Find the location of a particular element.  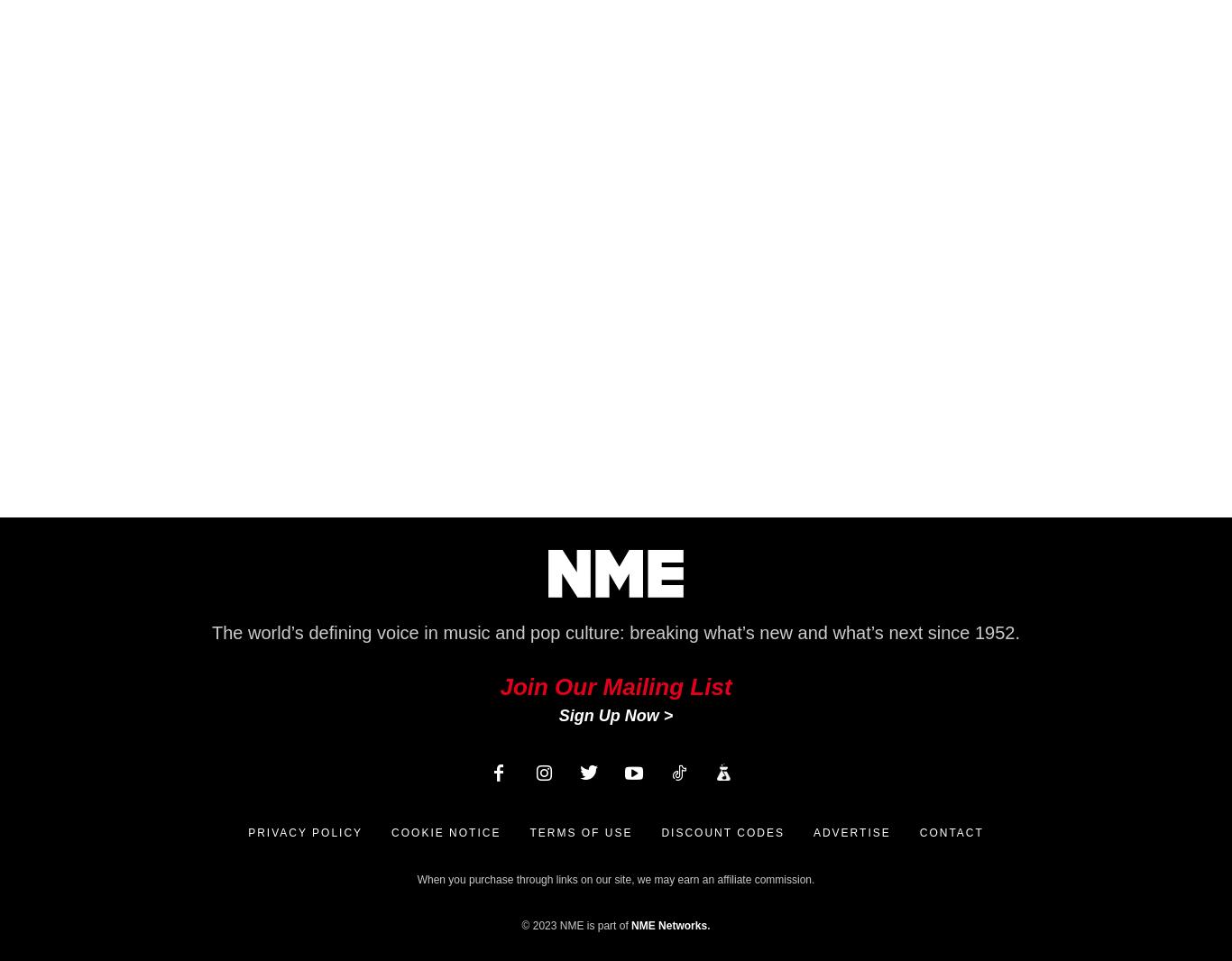

'Contact' is located at coordinates (950, 833).